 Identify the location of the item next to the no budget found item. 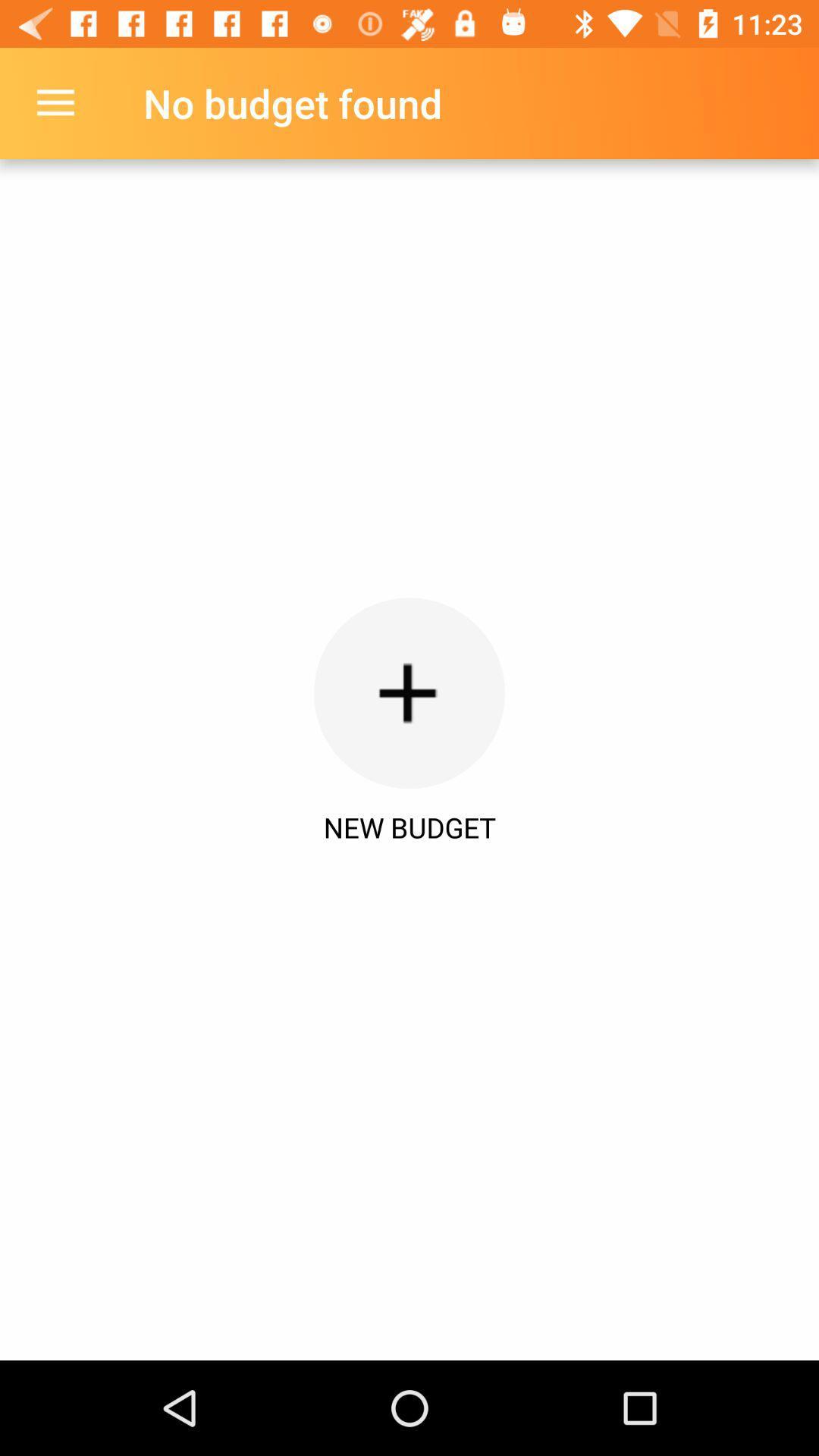
(55, 102).